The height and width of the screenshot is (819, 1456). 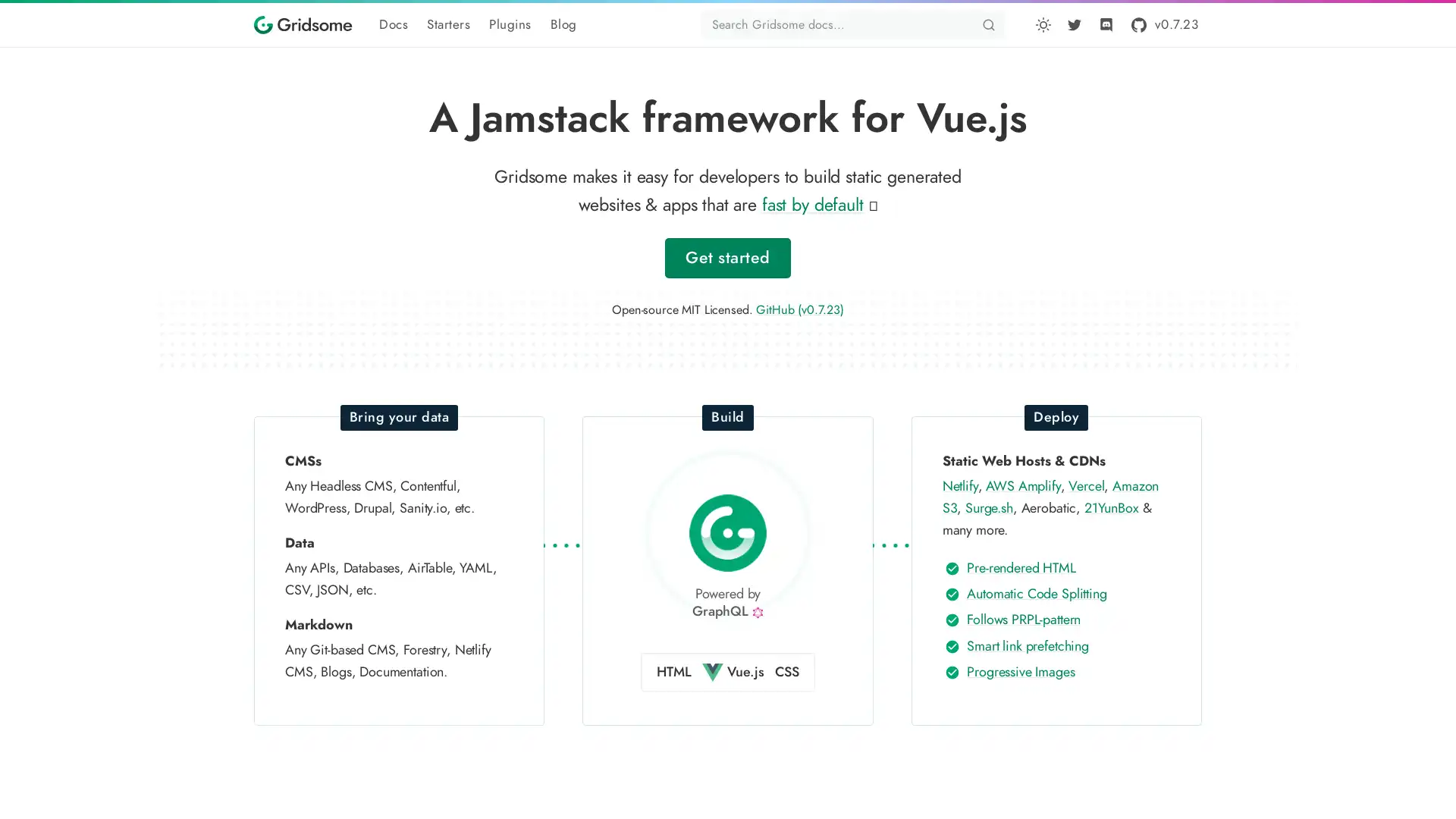 I want to click on Toggle dark, so click(x=1041, y=25).